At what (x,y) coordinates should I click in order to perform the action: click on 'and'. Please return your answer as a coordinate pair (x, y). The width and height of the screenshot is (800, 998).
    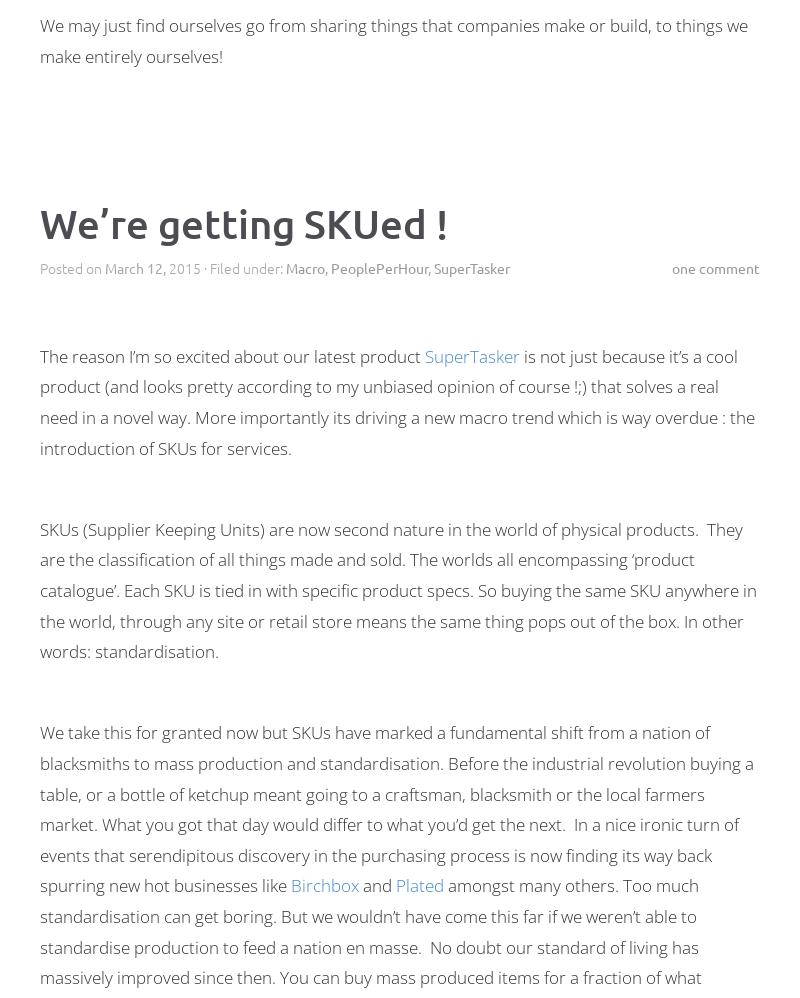
    Looking at the image, I should click on (376, 884).